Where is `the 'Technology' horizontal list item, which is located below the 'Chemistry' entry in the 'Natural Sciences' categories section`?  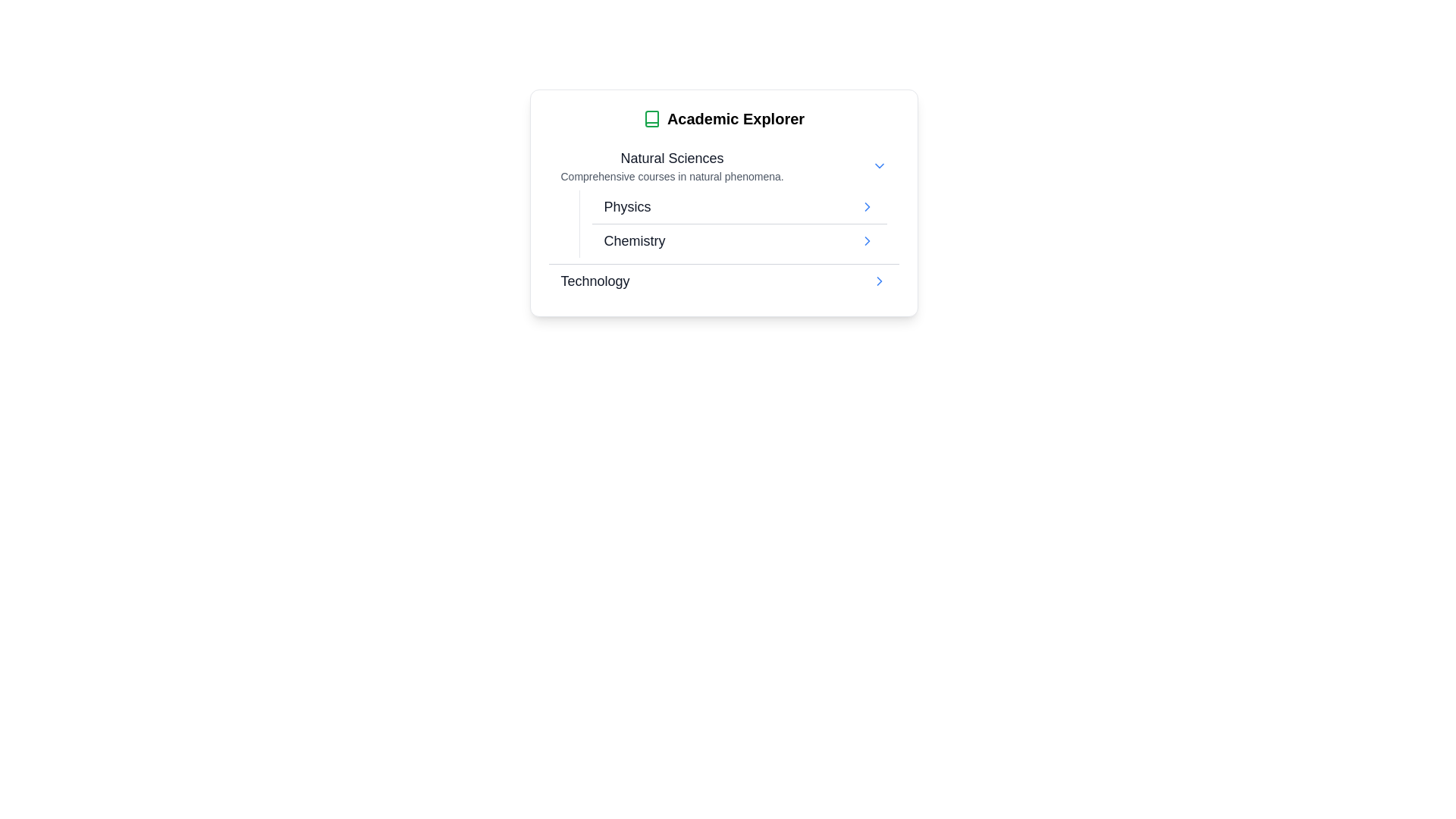 the 'Technology' horizontal list item, which is located below the 'Chemistry' entry in the 'Natural Sciences' categories section is located at coordinates (723, 281).